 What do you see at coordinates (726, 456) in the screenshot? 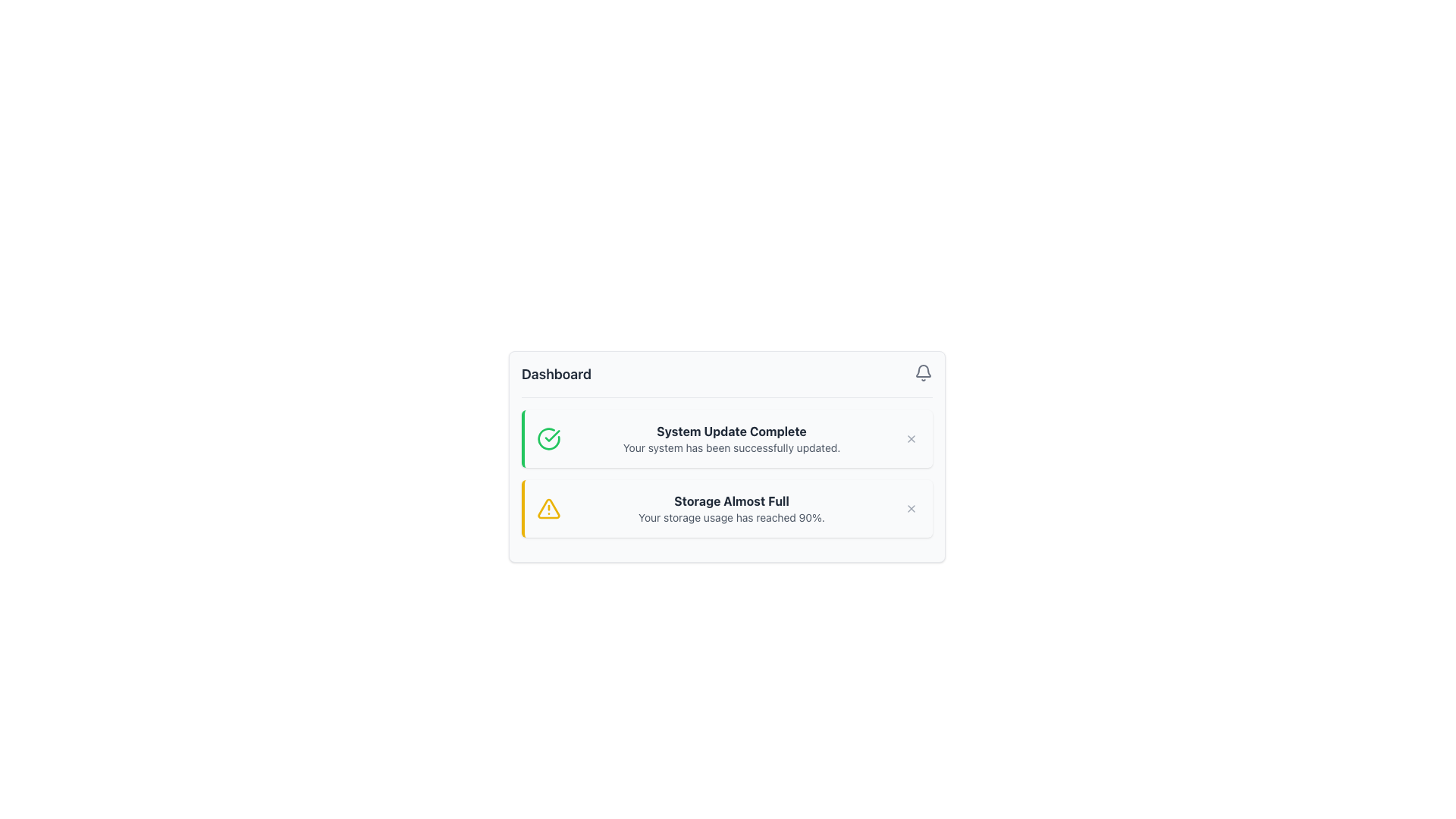
I see `information displayed in the notification card titled 'System Update Complete' which contains a description stating 'Your system has been successfully updated.'` at bounding box center [726, 456].